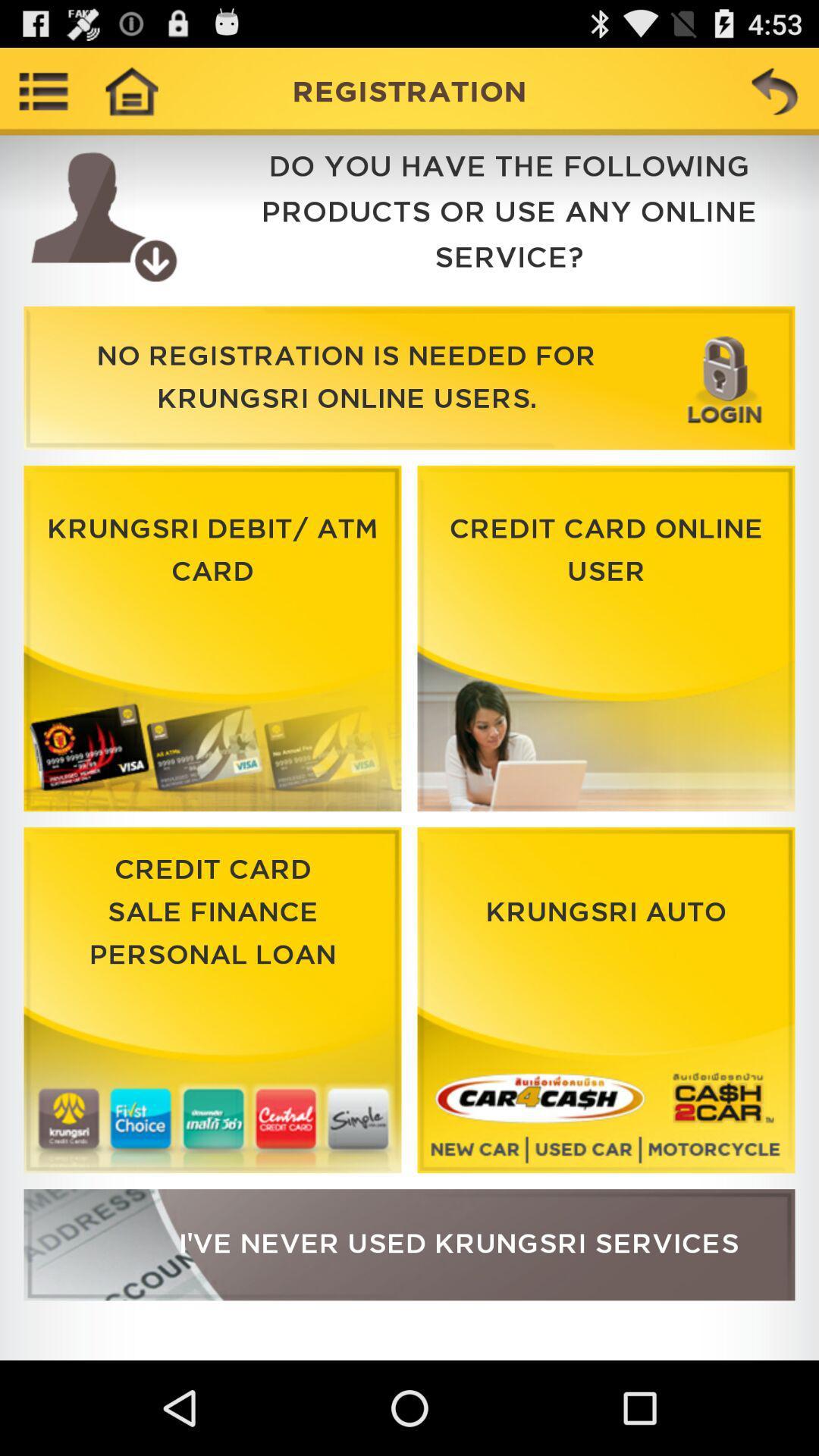 The width and height of the screenshot is (819, 1456). Describe the element at coordinates (409, 1244) in the screenshot. I see `register account option` at that location.